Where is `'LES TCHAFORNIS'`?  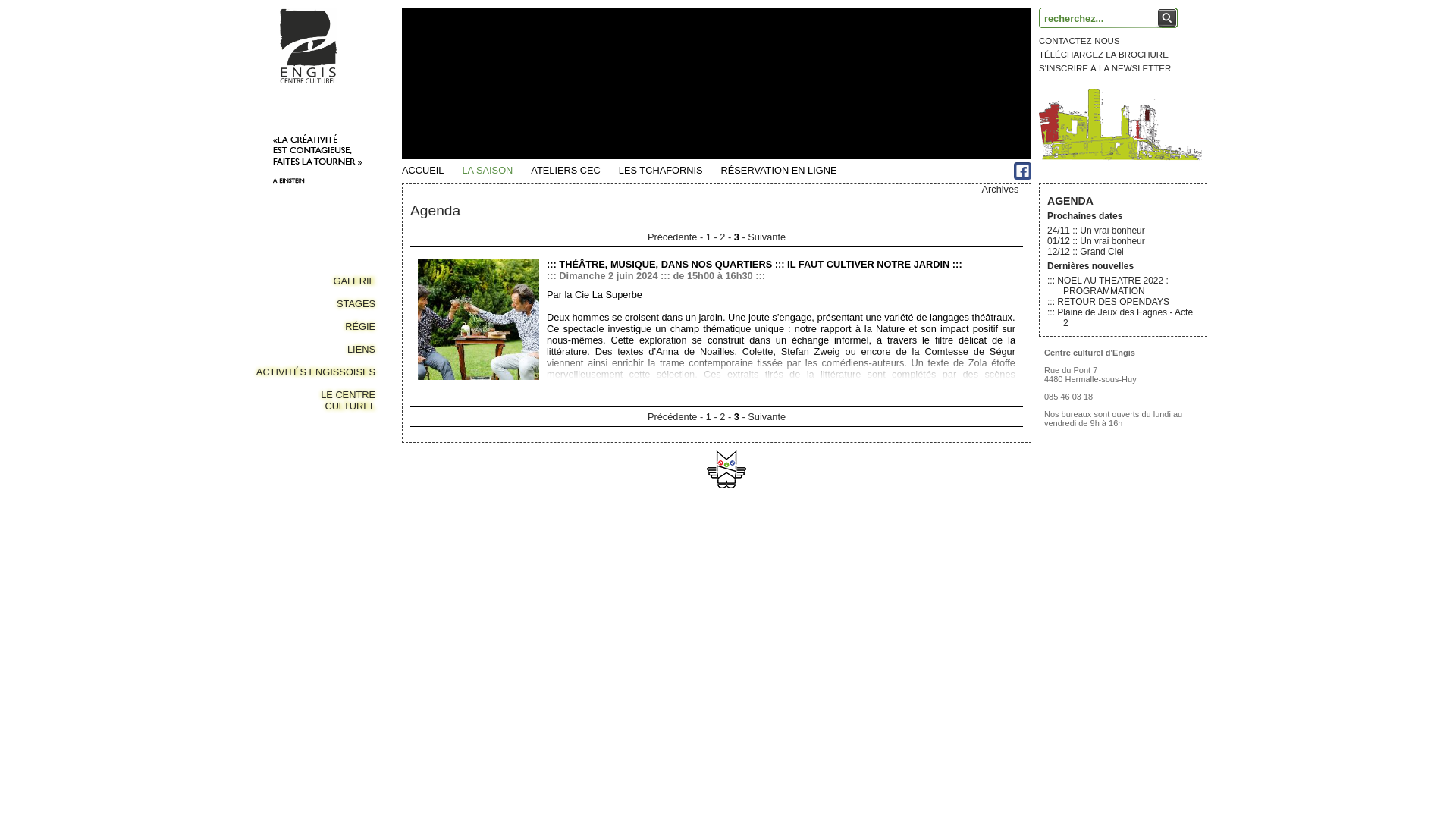
'LES TCHAFORNIS' is located at coordinates (669, 171).